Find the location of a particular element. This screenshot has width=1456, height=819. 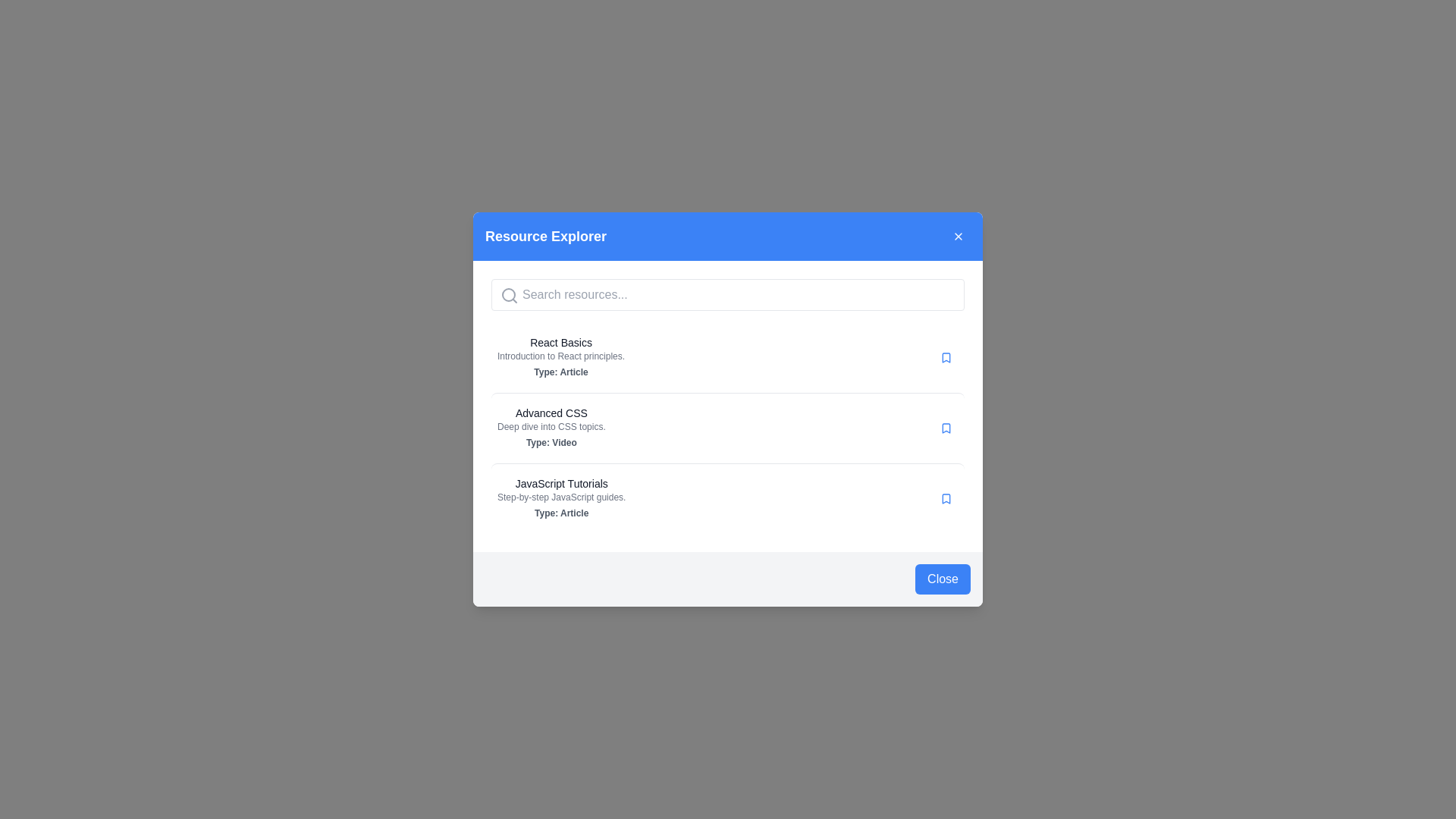

the Text label that serves as a title for the educational resource, located above the description 'Deep dive into CSS topics.' and the metadata 'Type: Video' is located at coordinates (551, 413).